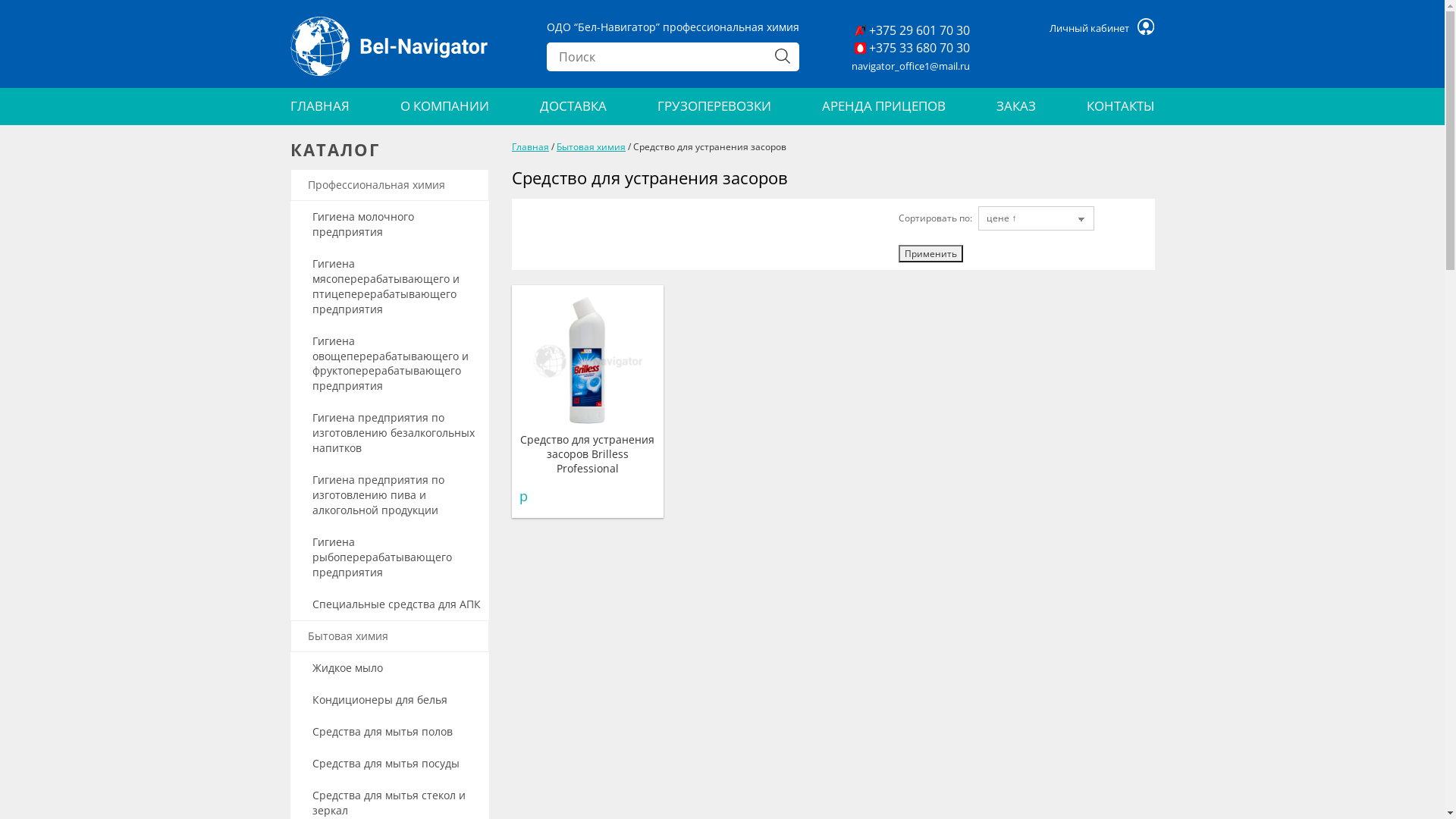 This screenshot has height=819, width=1456. I want to click on '+375 33 680 70 30', so click(912, 47).